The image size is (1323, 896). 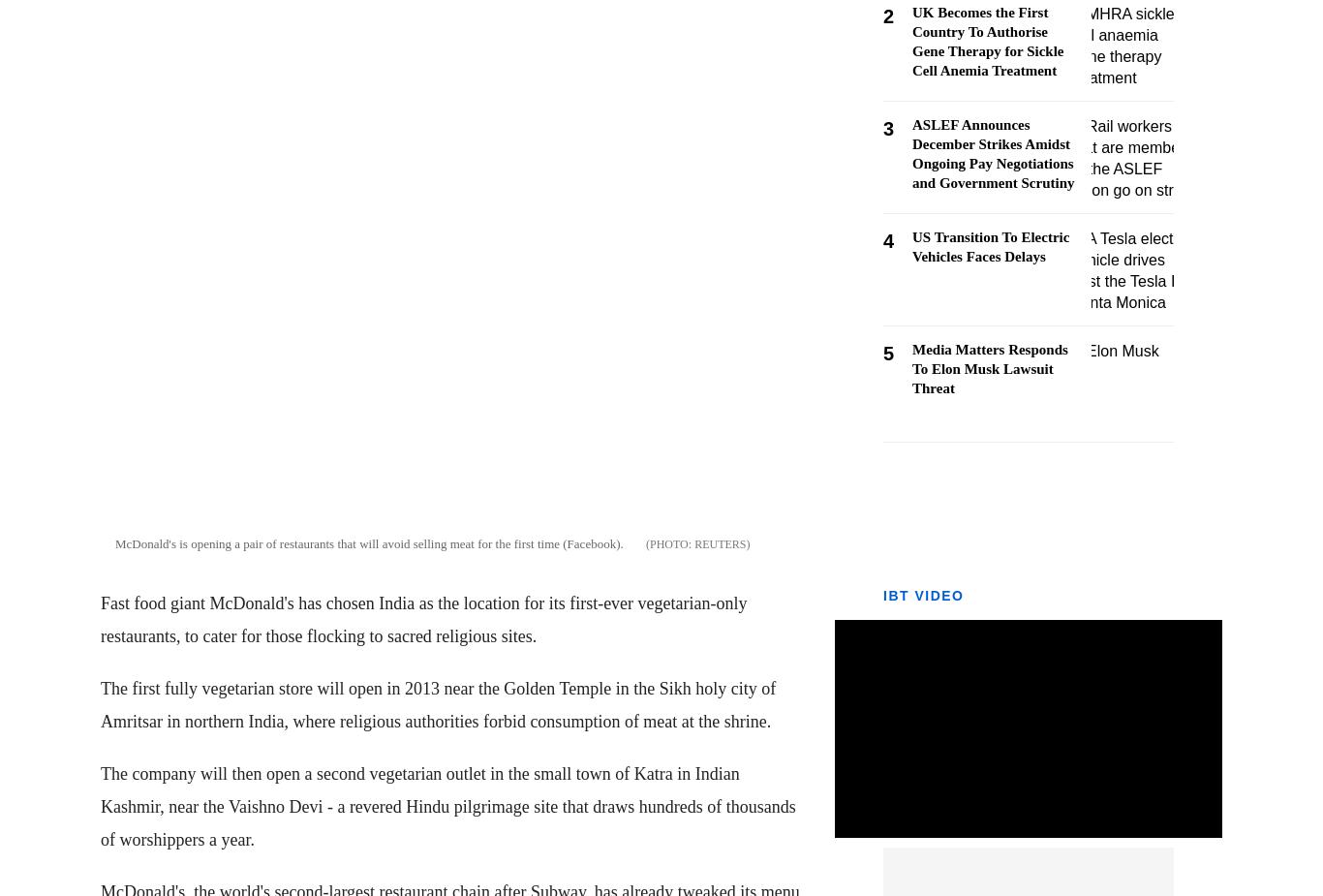 I want to click on '2', so click(x=888, y=15).